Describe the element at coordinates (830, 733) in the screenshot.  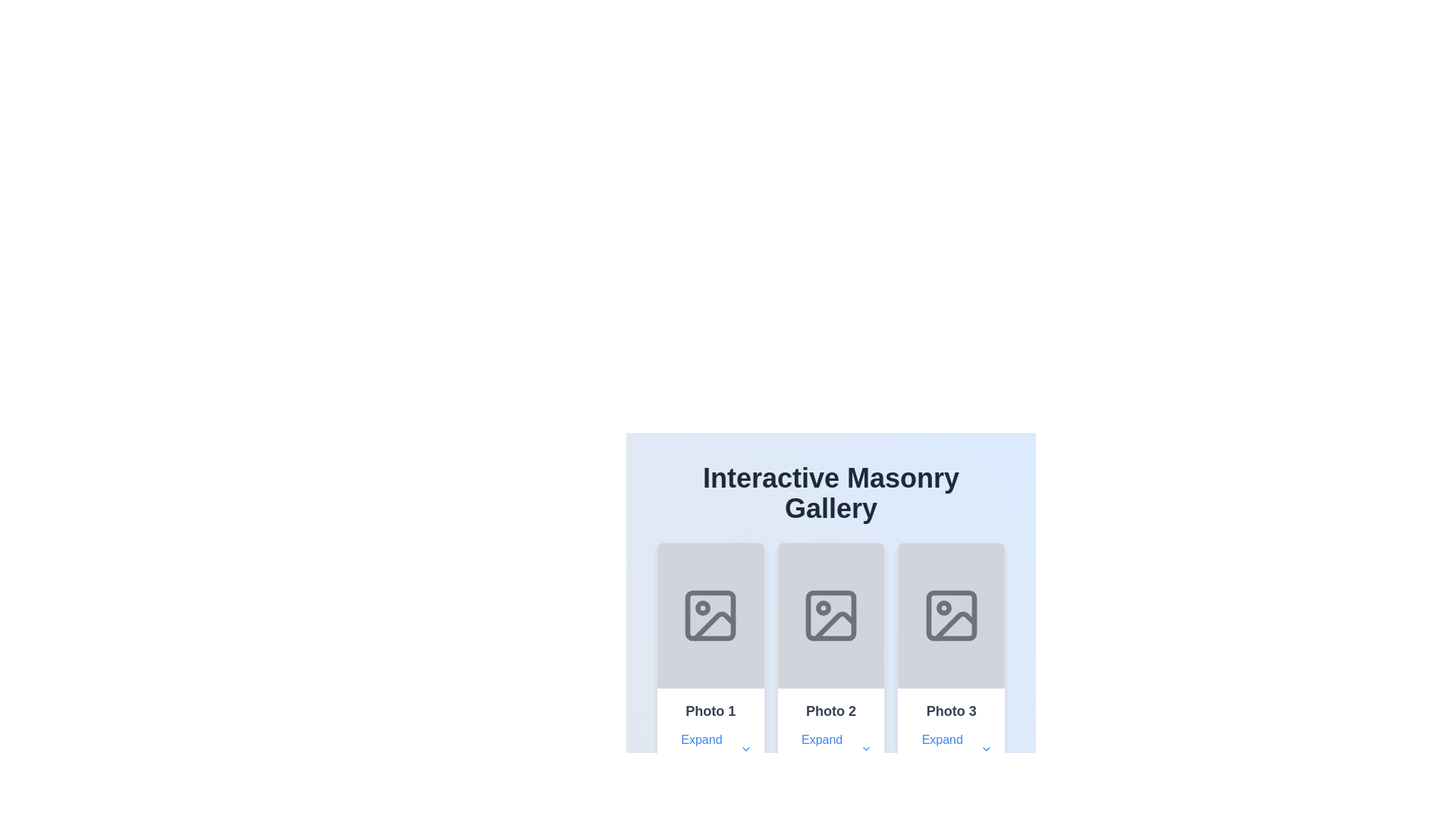
I see `the 'Photo 2' button with gray background and white text` at that location.